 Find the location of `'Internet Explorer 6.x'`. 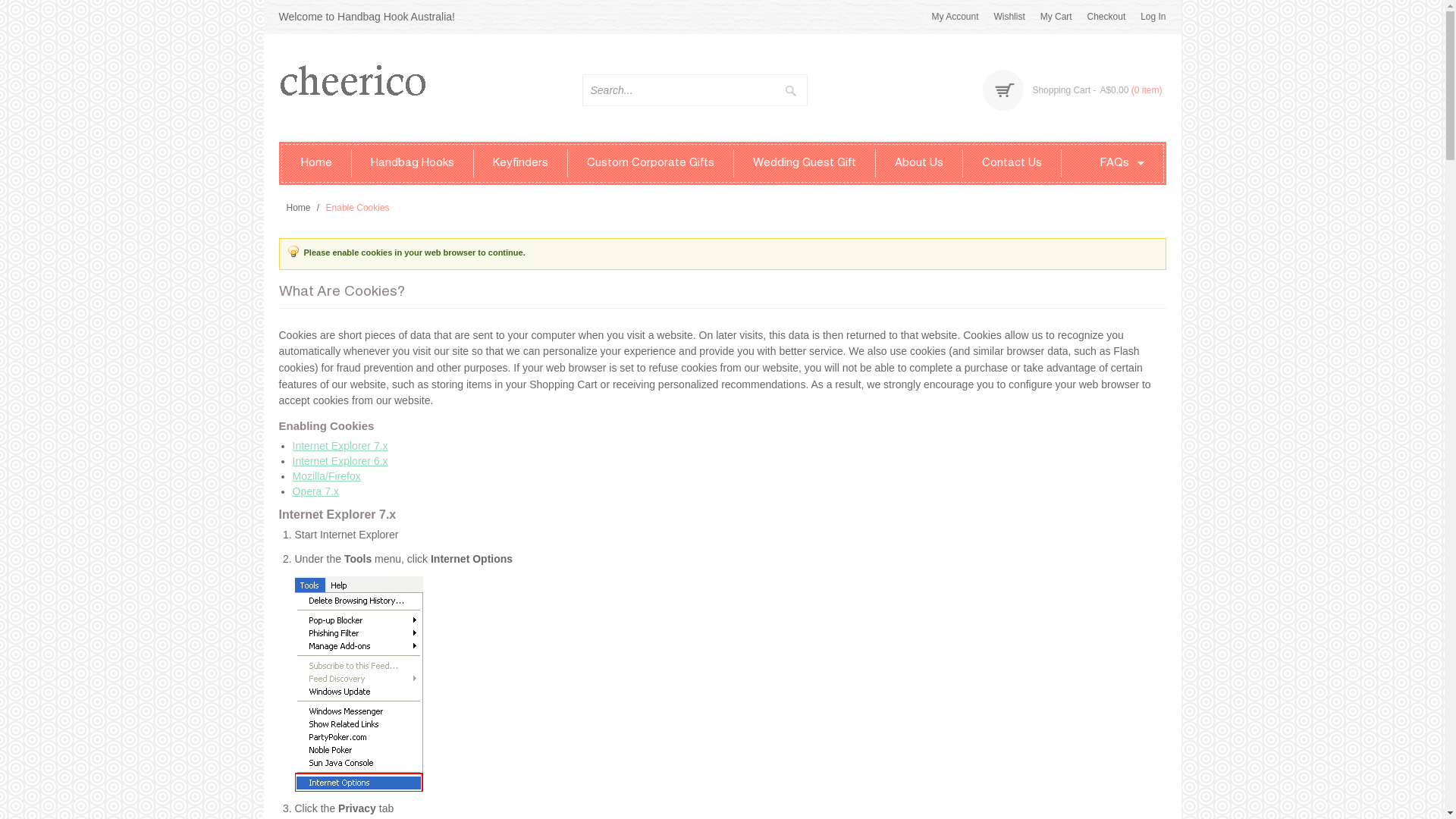

'Internet Explorer 6.x' is located at coordinates (340, 460).